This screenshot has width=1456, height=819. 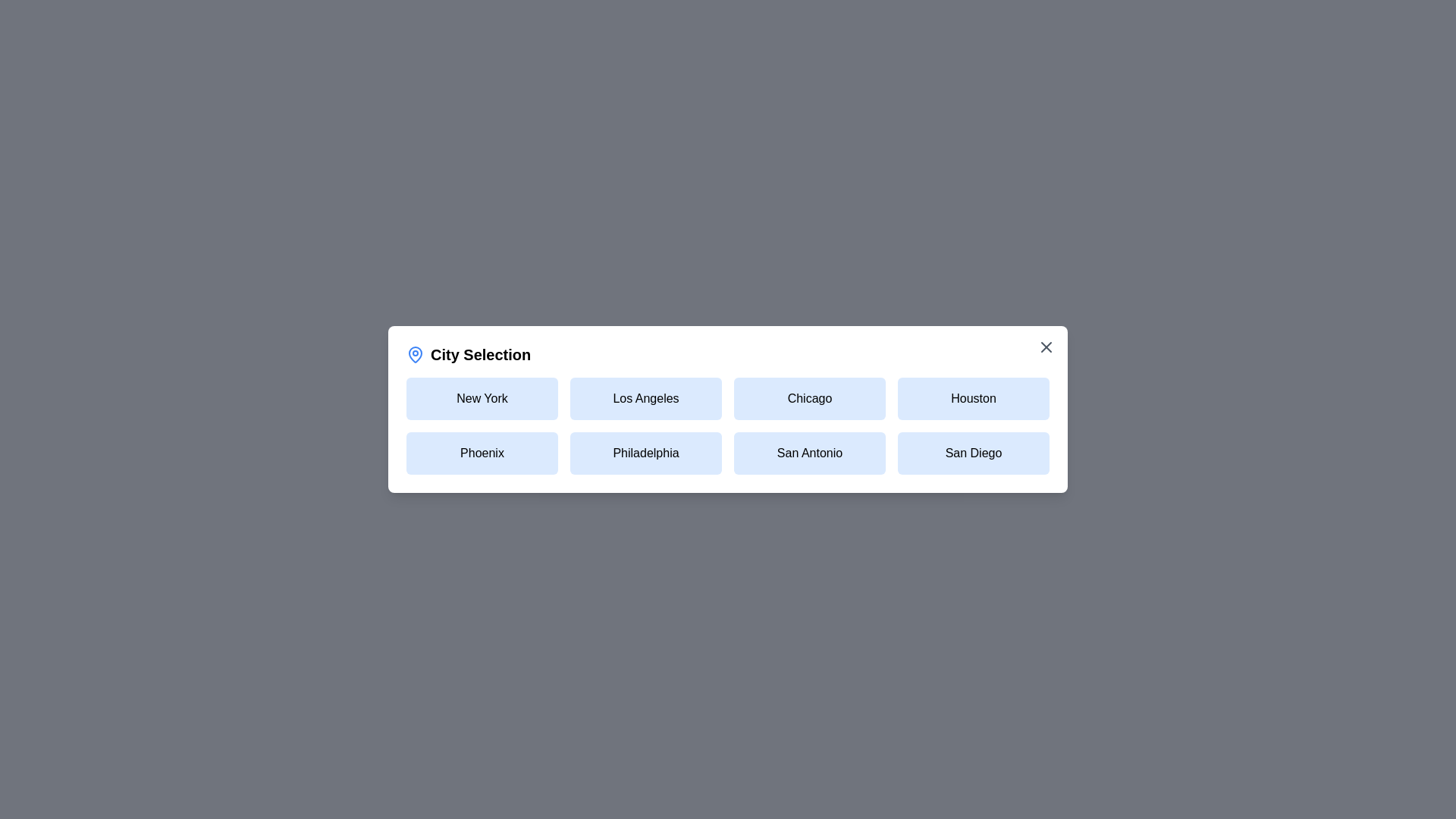 What do you see at coordinates (645, 397) in the screenshot?
I see `the city Los Angeles by clicking on its button` at bounding box center [645, 397].